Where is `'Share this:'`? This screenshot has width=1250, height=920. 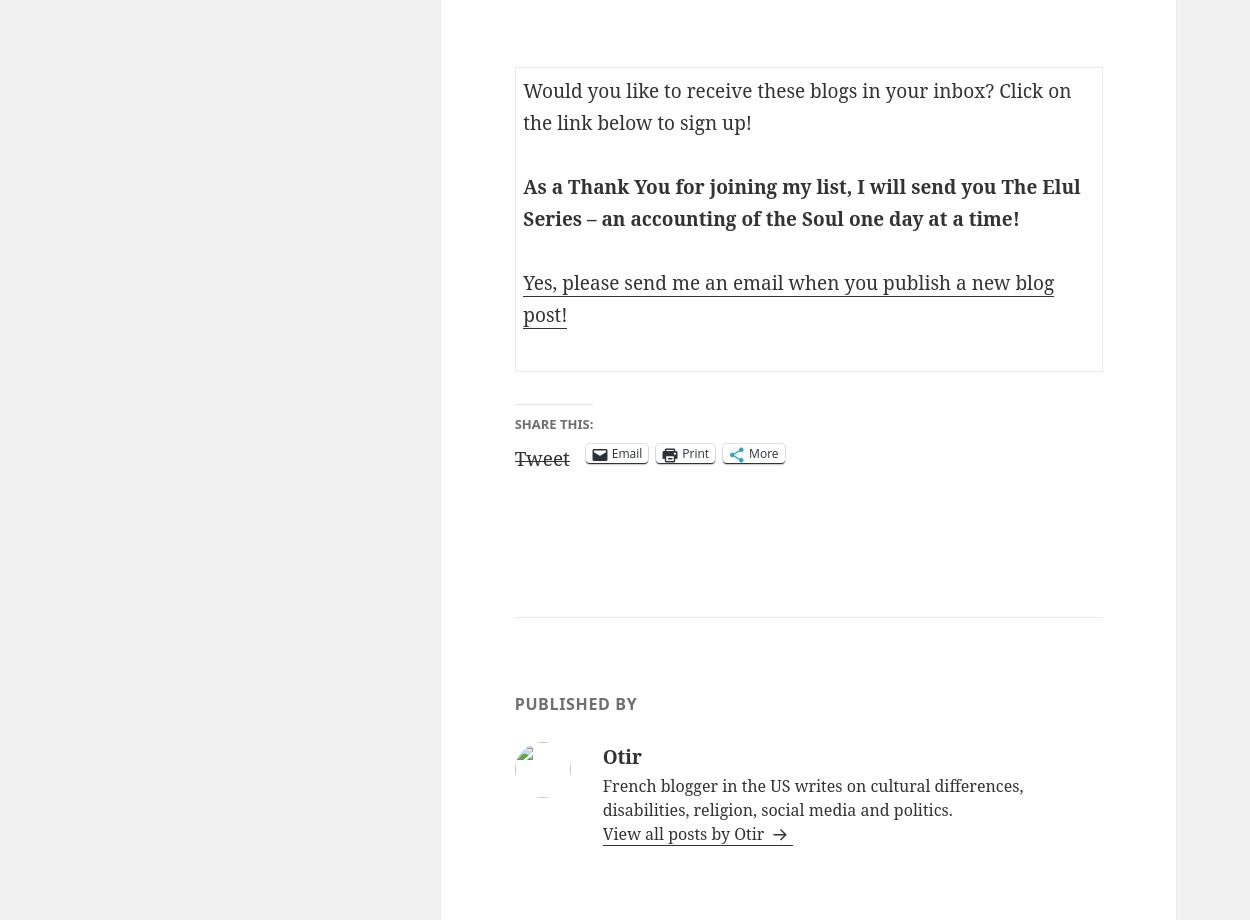 'Share this:' is located at coordinates (553, 423).